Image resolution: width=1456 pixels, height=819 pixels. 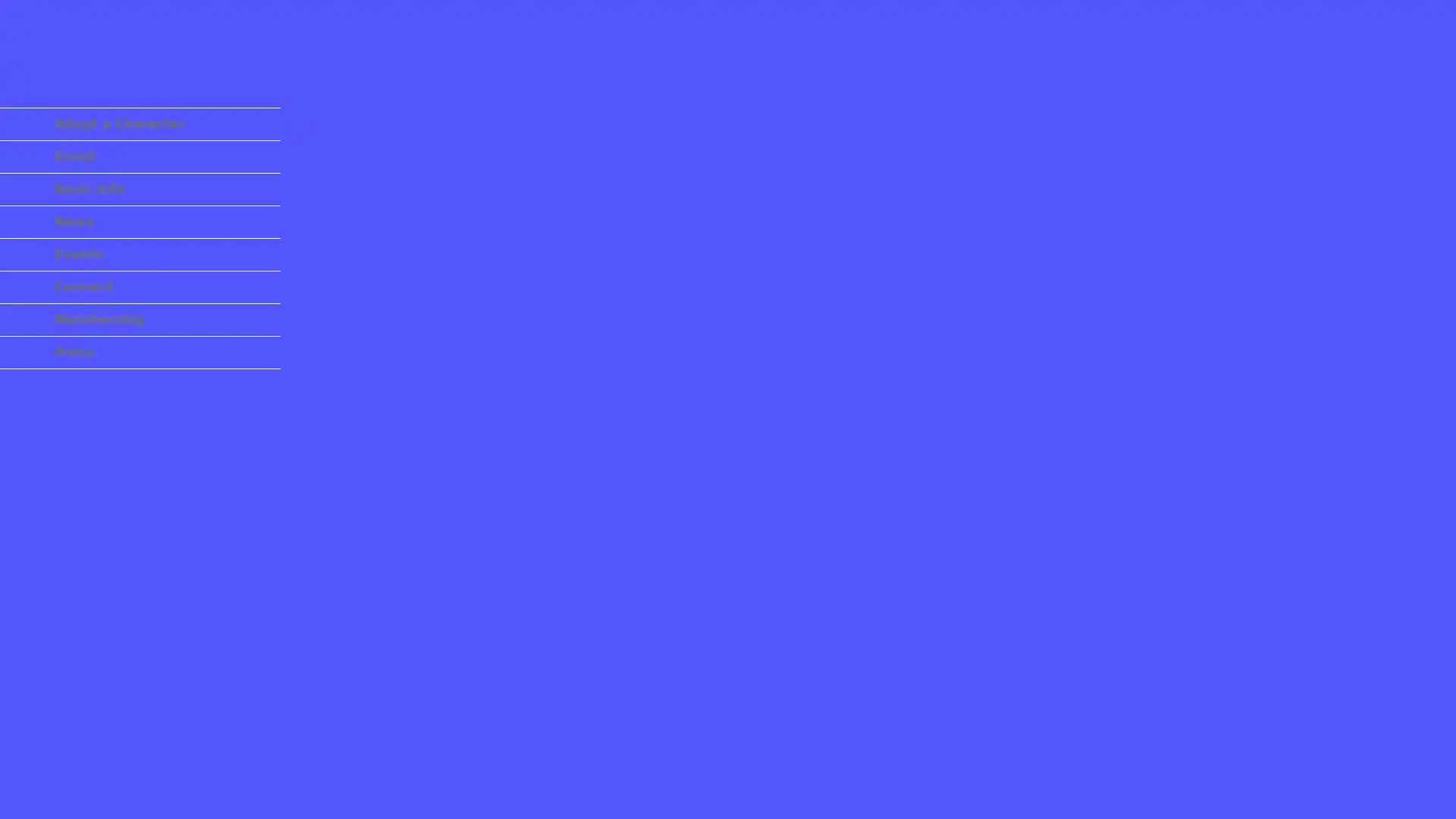 I want to click on U+1F495, so click(x=927, y=412).